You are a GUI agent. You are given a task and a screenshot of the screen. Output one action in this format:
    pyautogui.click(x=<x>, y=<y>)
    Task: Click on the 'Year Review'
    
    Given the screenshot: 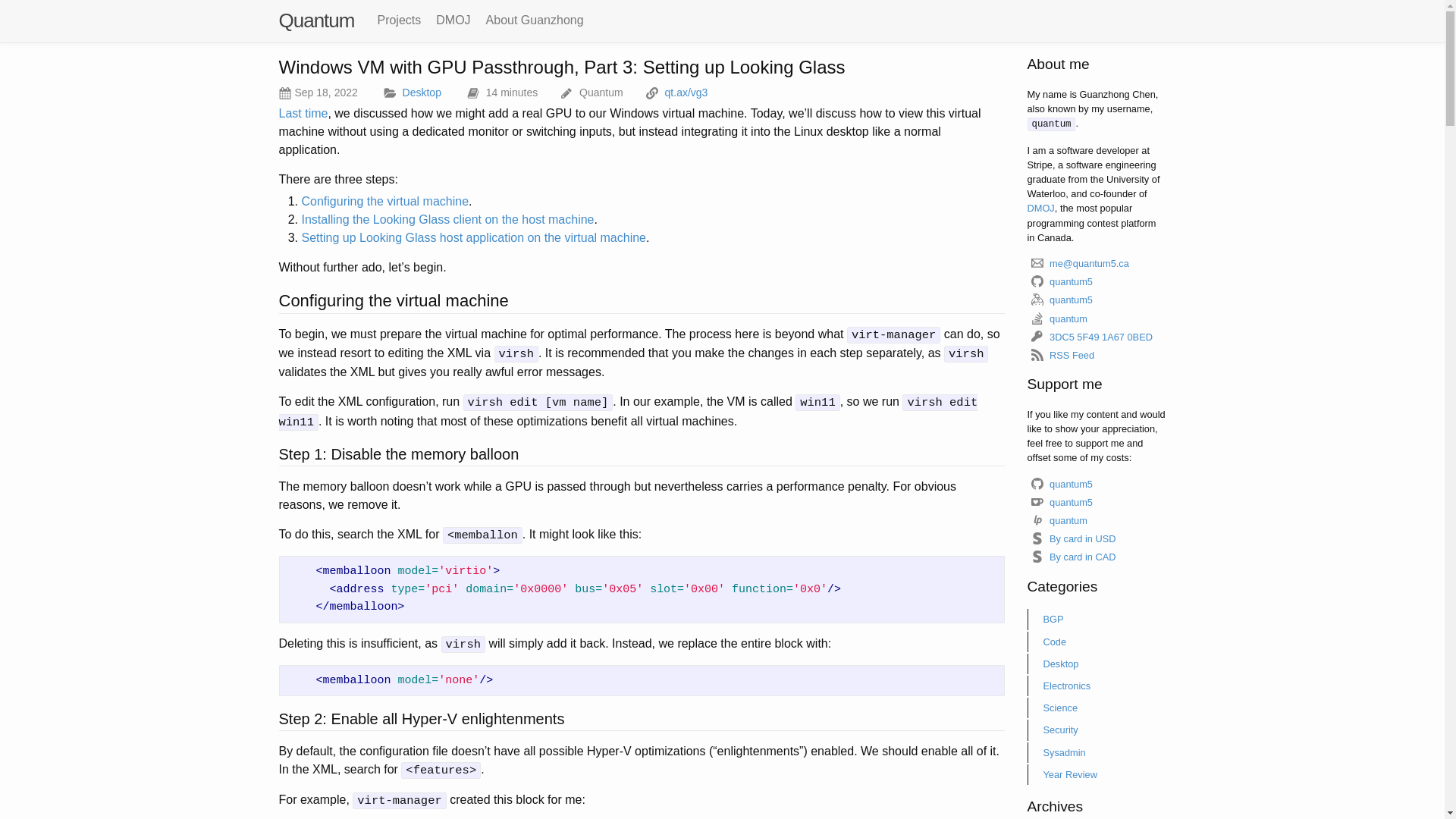 What is the action you would take?
    pyautogui.click(x=1096, y=774)
    